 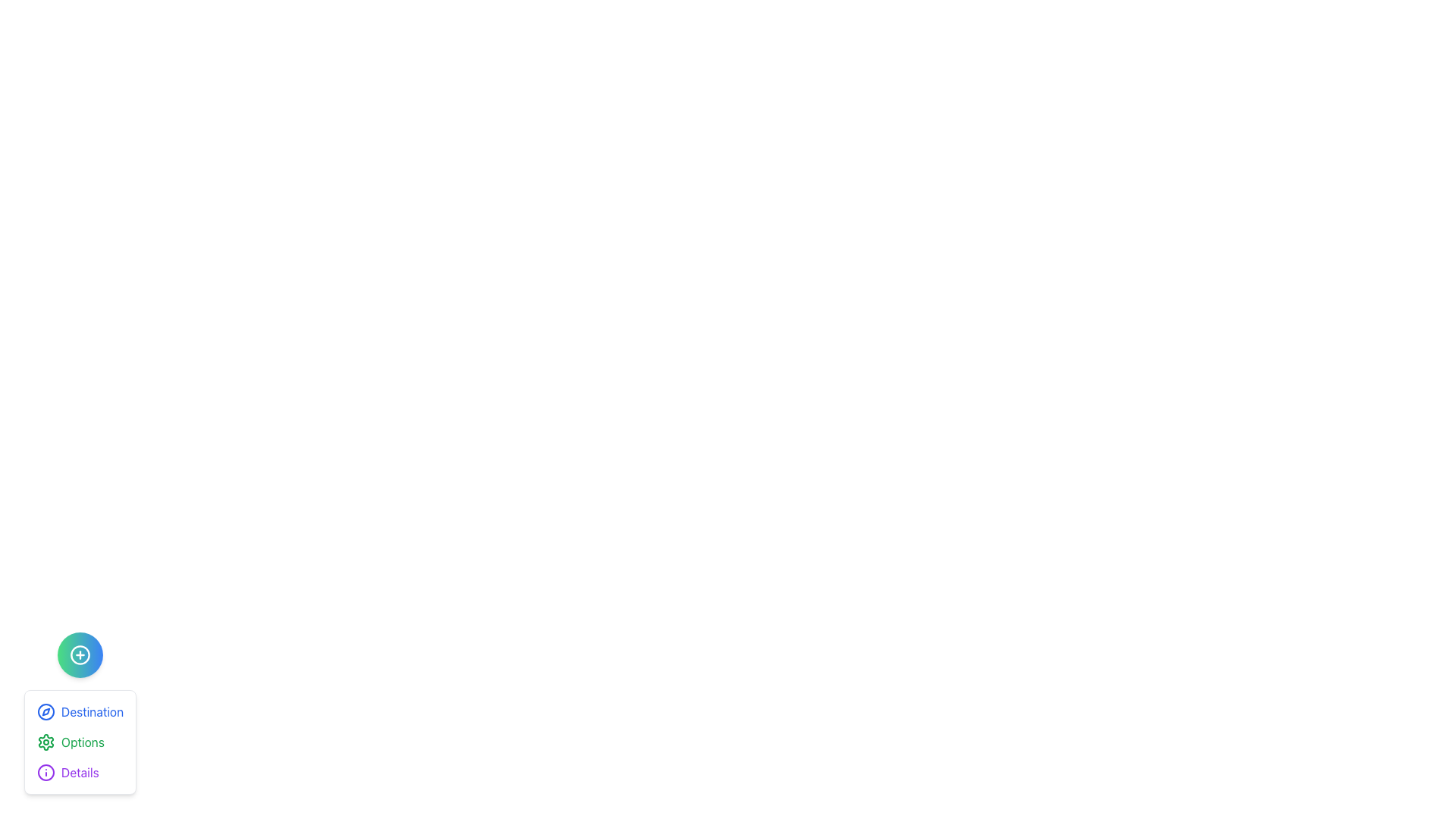 I want to click on the 'Details' button, which is a clickable text in purple color located at the bottom of a vertical list of options, so click(x=67, y=772).